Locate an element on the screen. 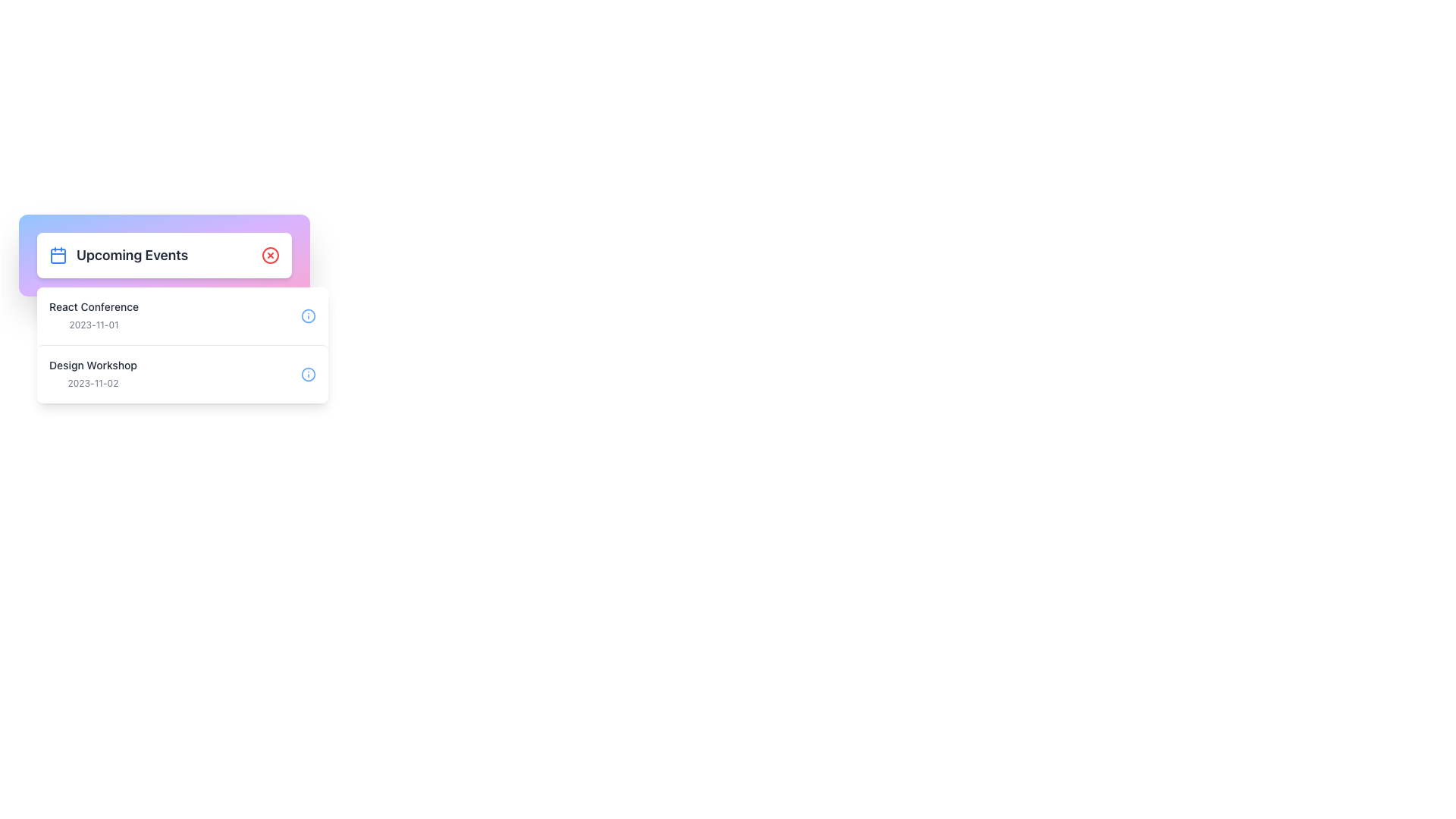 The height and width of the screenshot is (819, 1456). text label indicating the scheduled date for the 'Design Workshop' event, positioned directly below the title is located at coordinates (92, 382).